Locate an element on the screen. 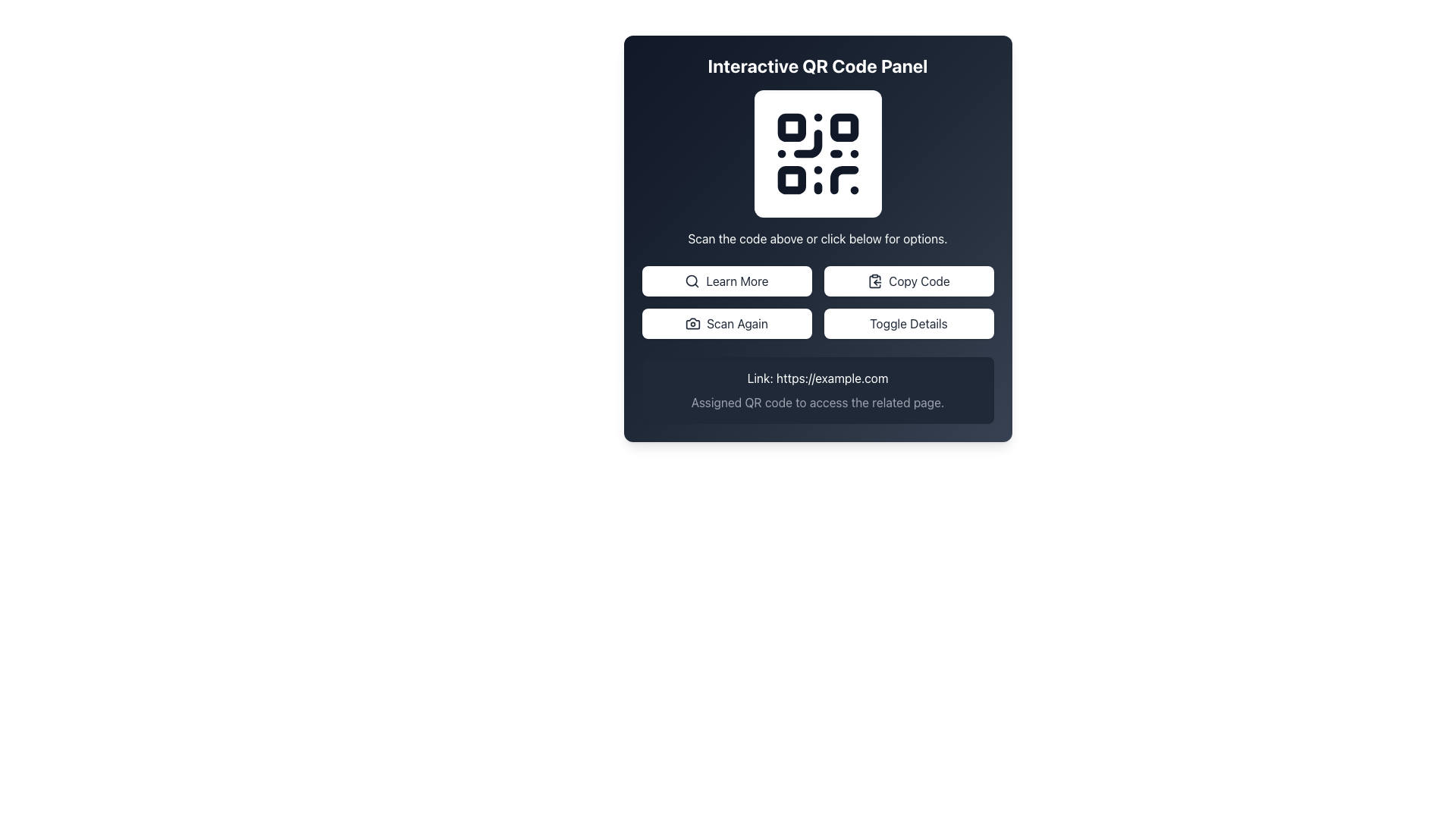 The height and width of the screenshot is (819, 1456). the 'Toggle Details' button located in the lower-right section of the grid layout is located at coordinates (908, 323).